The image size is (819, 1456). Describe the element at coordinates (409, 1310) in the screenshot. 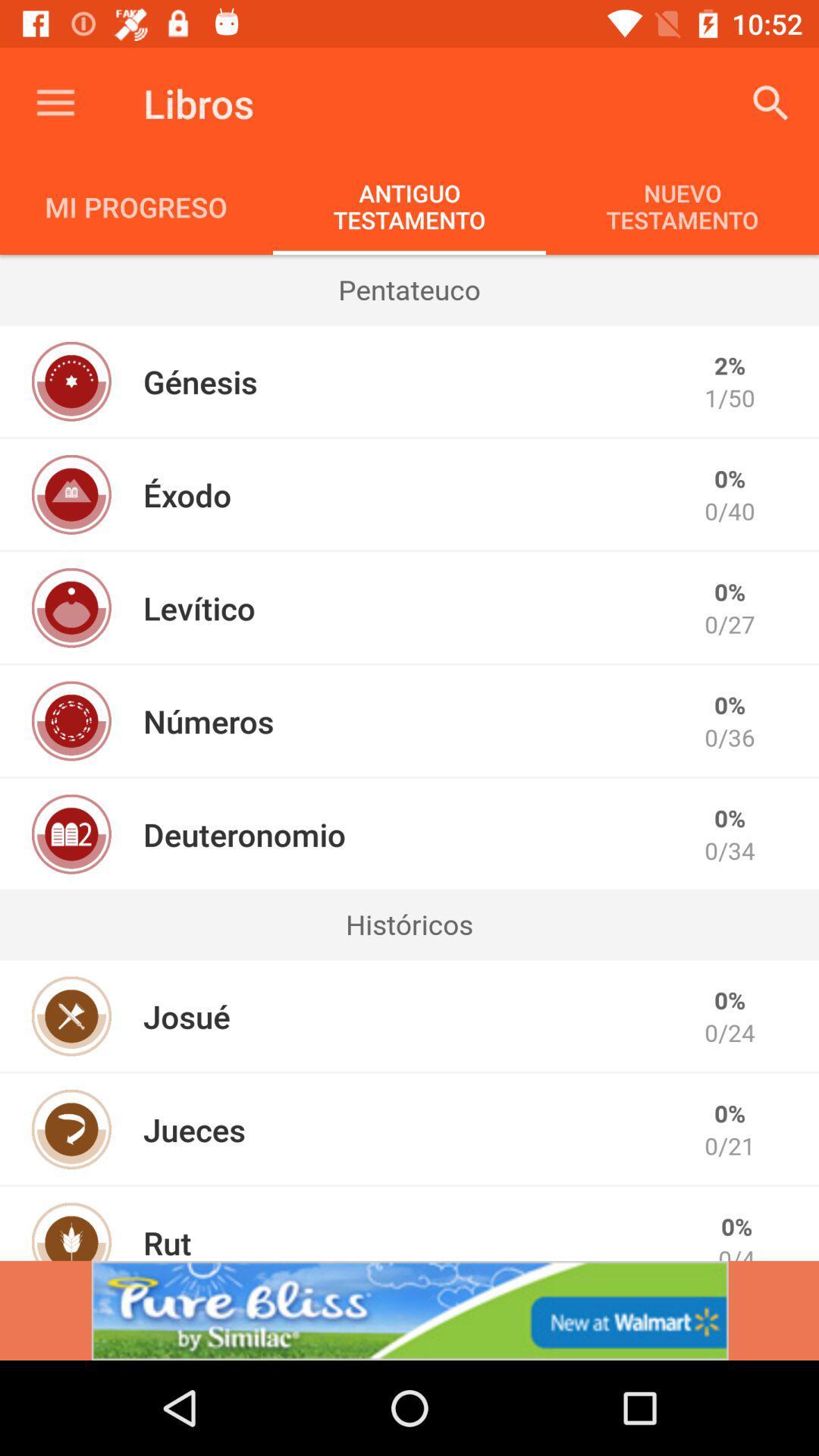

I see `advertisement for pure bliss by similac` at that location.